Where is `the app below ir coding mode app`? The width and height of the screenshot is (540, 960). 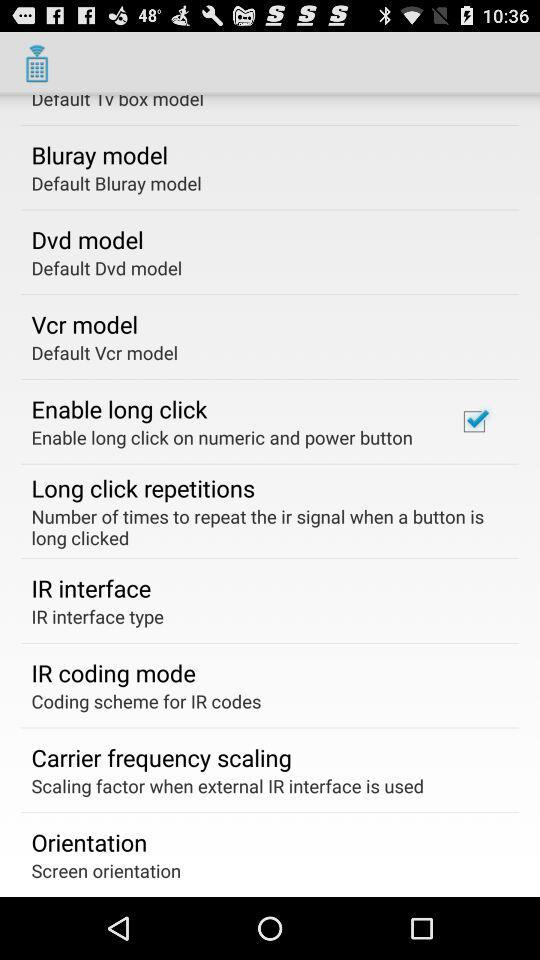 the app below ir coding mode app is located at coordinates (145, 701).